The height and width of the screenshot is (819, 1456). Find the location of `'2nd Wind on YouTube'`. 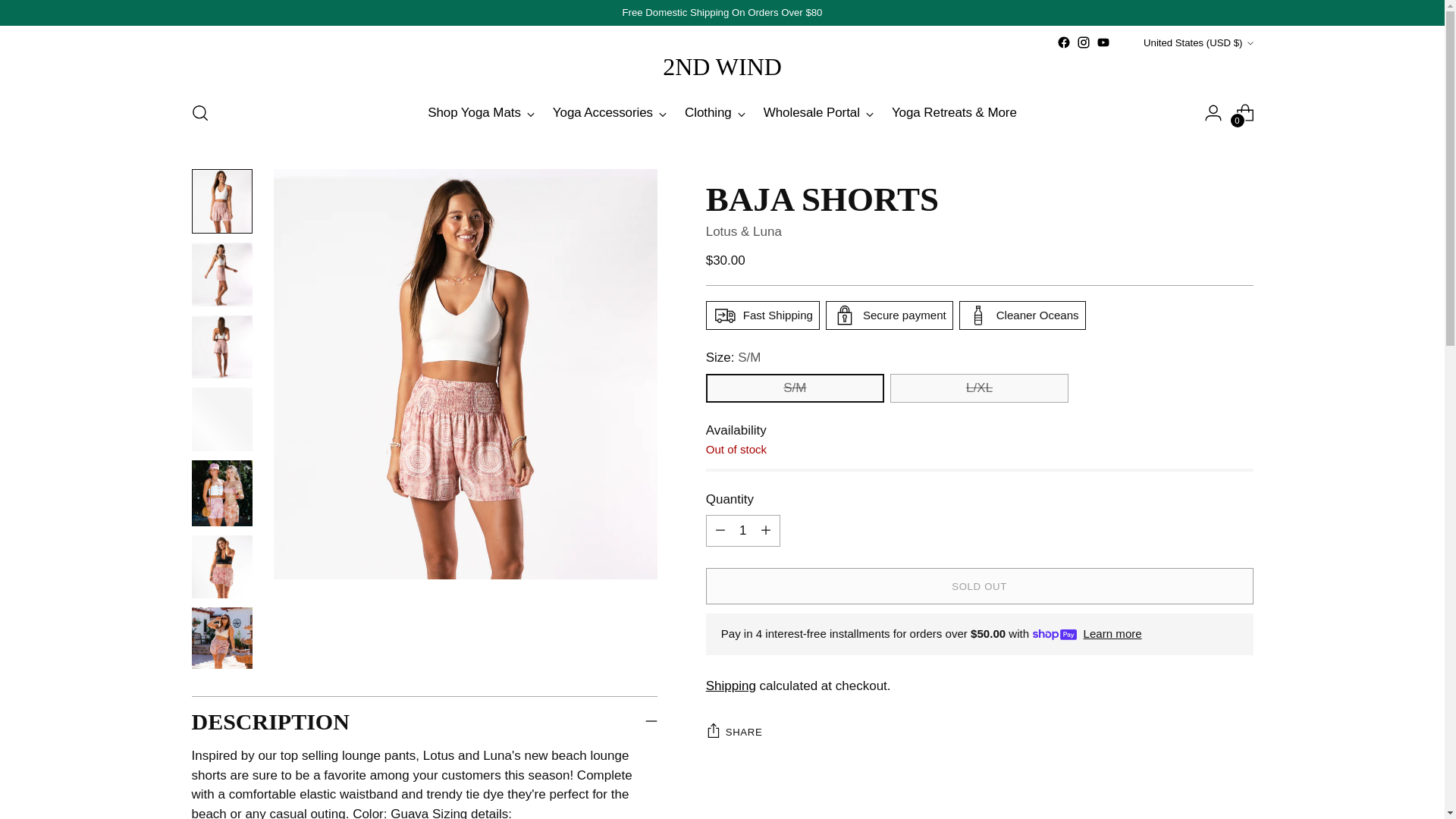

'2nd Wind on YouTube' is located at coordinates (1103, 42).